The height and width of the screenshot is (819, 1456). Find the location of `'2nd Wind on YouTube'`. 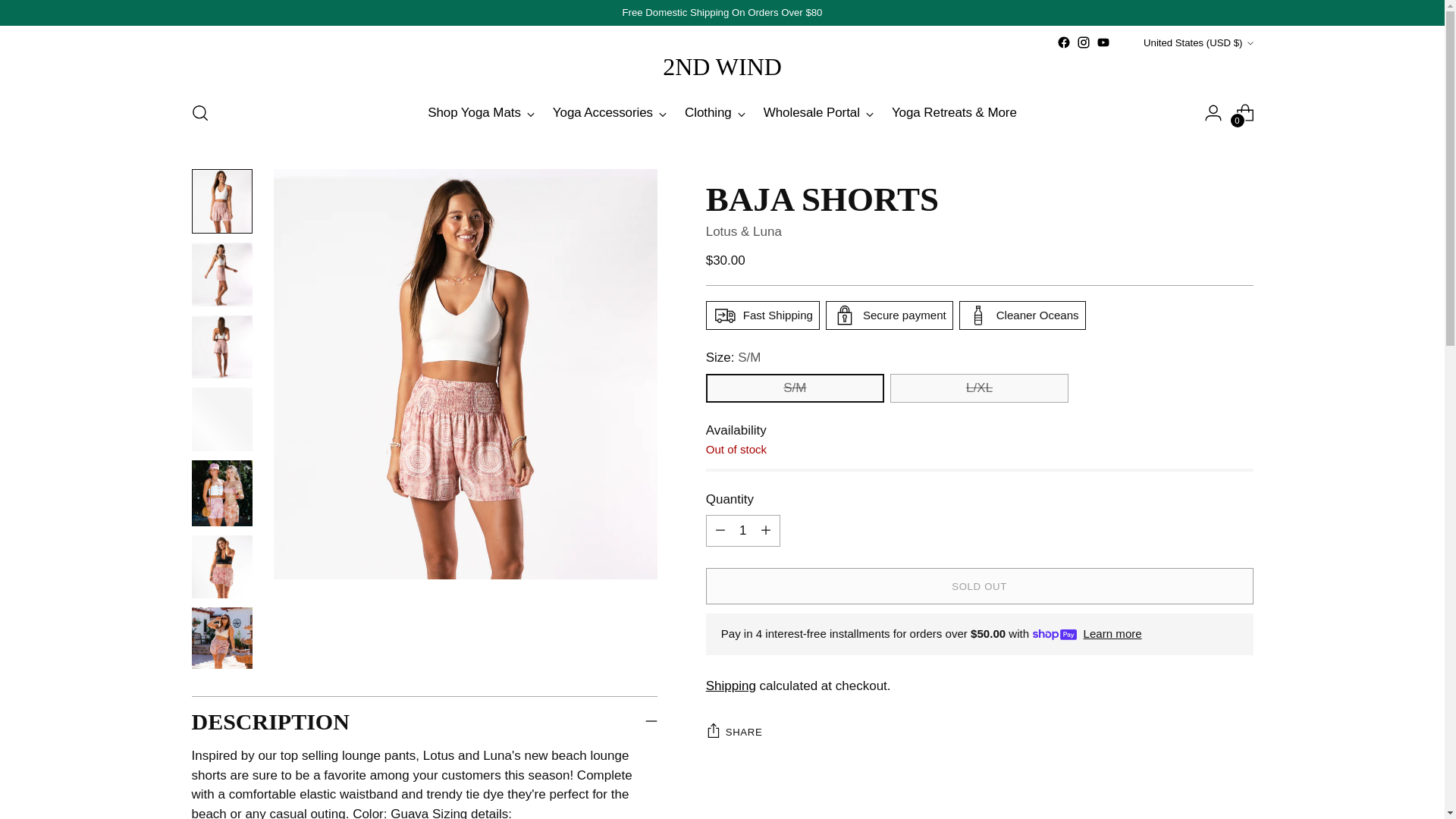

'2nd Wind on YouTube' is located at coordinates (1103, 42).